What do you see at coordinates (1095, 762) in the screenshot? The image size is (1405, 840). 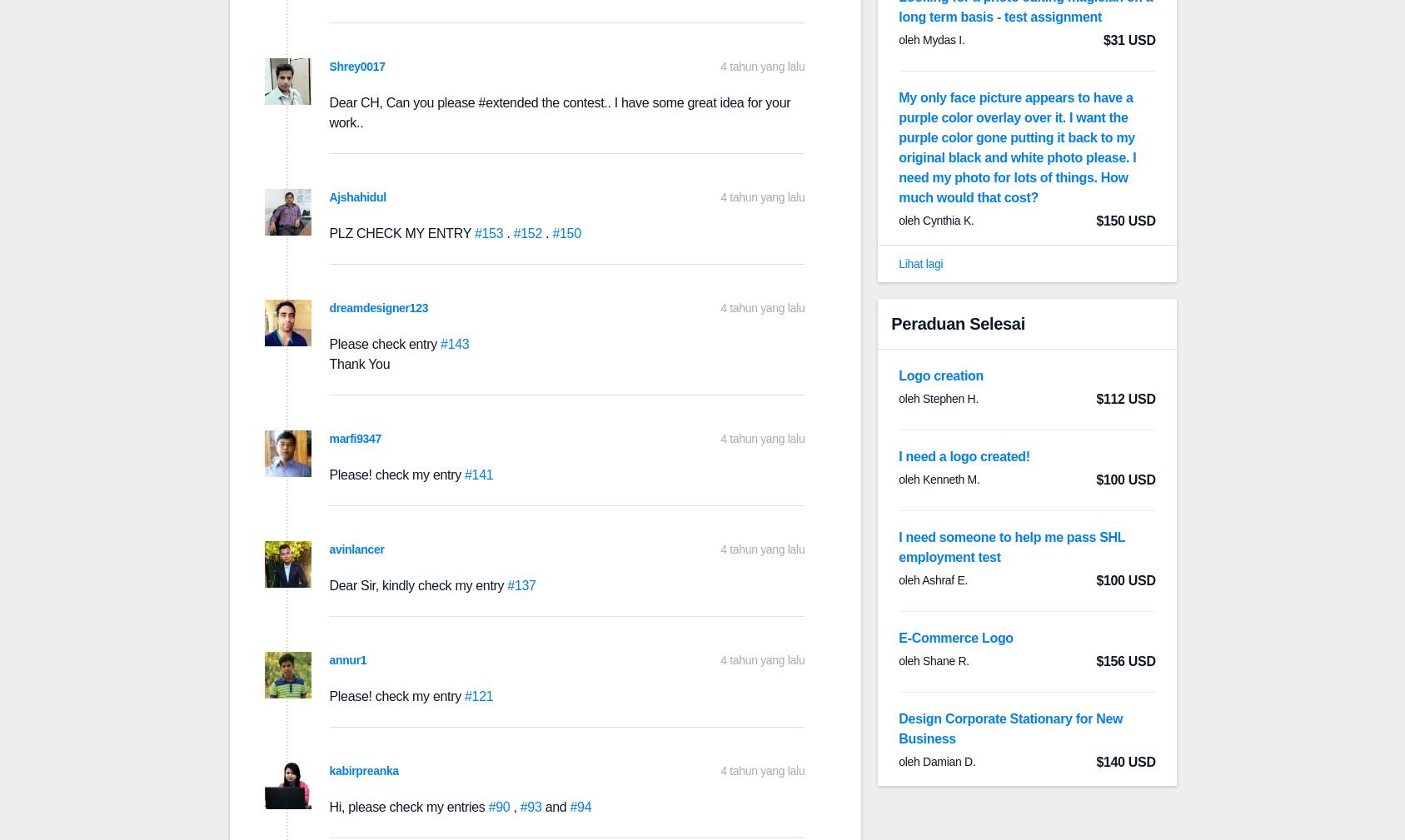 I see `'$140 USD'` at bounding box center [1095, 762].